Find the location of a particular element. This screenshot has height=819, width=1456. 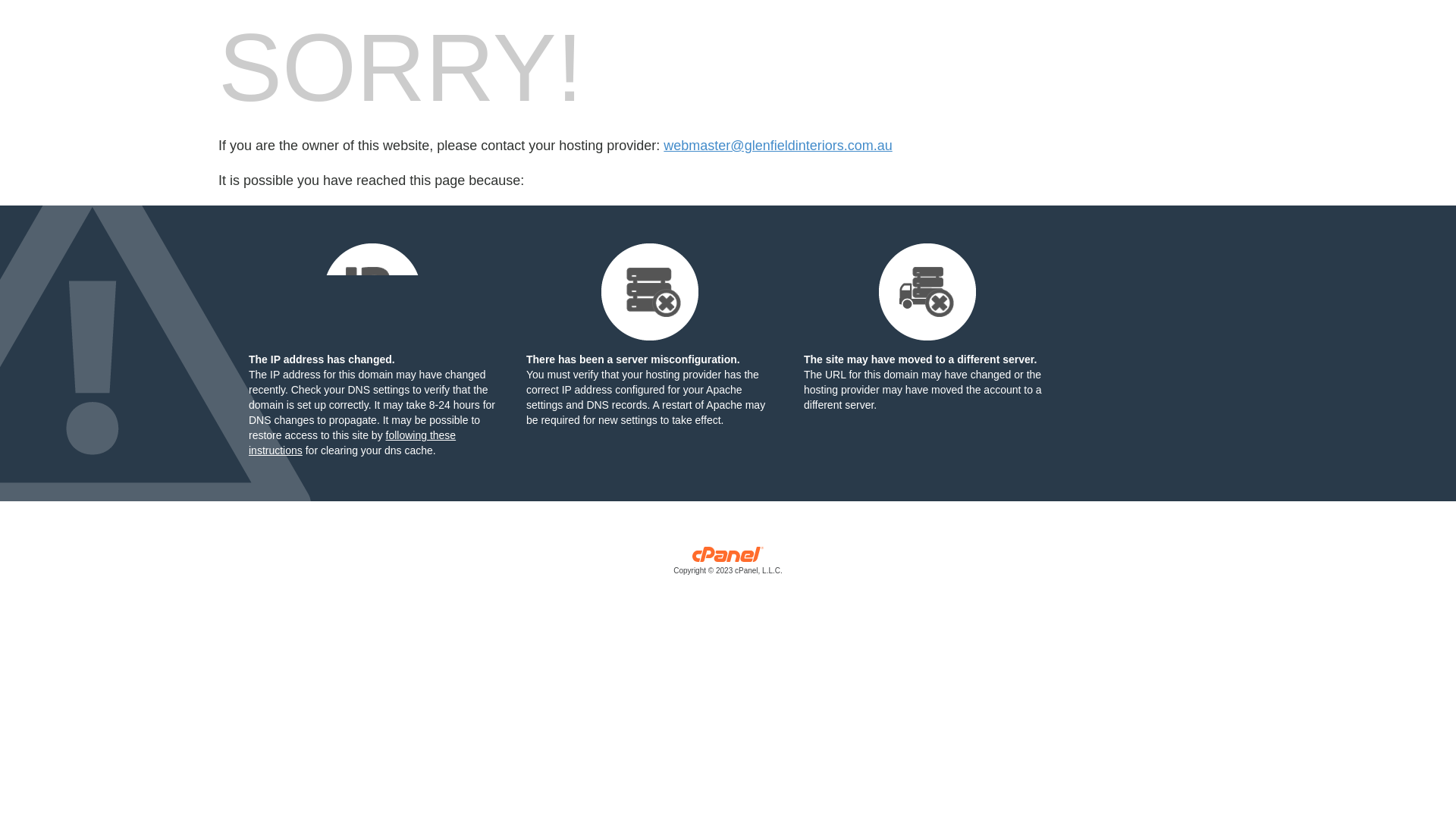

'following these instructions' is located at coordinates (351, 442).